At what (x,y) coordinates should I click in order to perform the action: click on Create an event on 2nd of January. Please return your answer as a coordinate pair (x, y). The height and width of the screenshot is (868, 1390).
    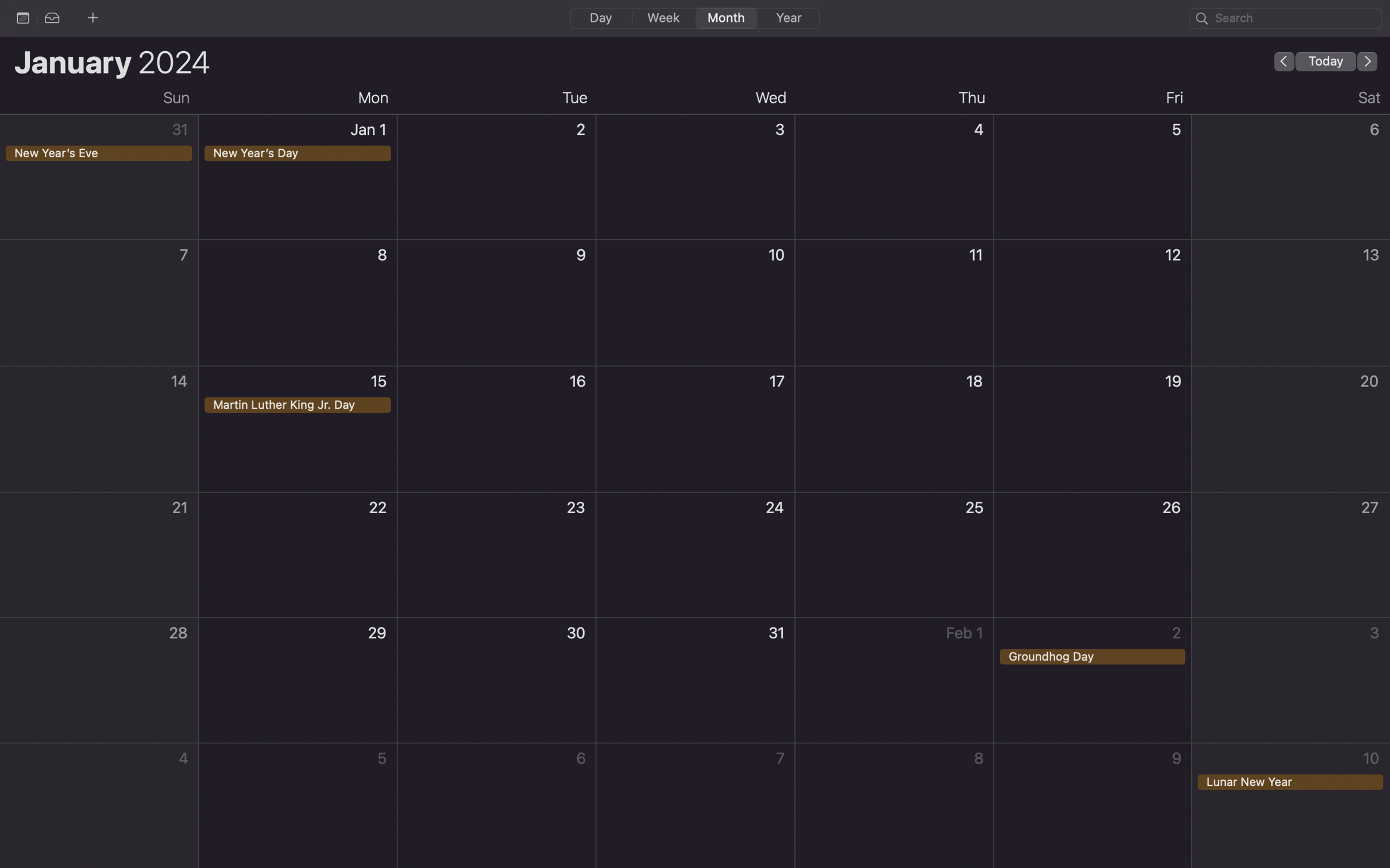
    Looking at the image, I should click on (497, 181).